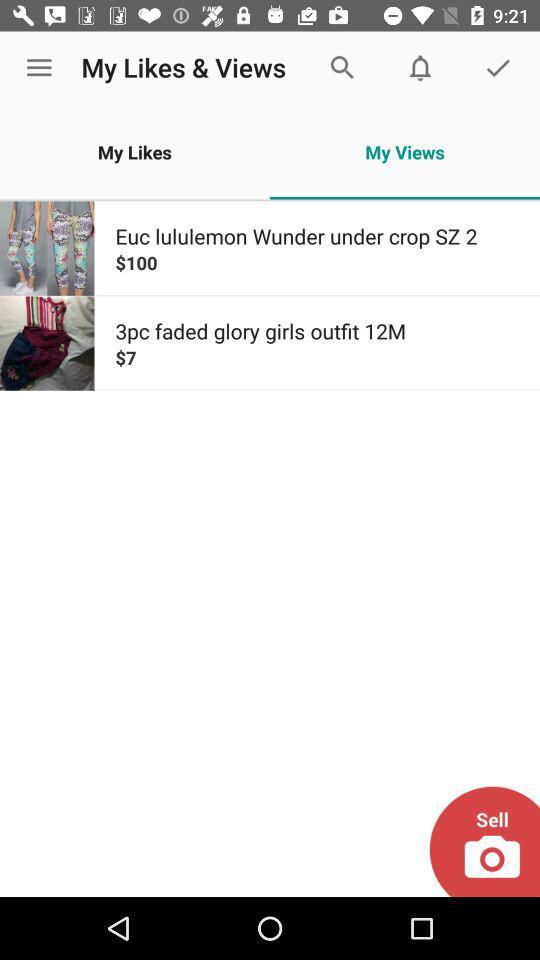 The height and width of the screenshot is (960, 540). What do you see at coordinates (483, 840) in the screenshot?
I see `the icon below $7 item` at bounding box center [483, 840].